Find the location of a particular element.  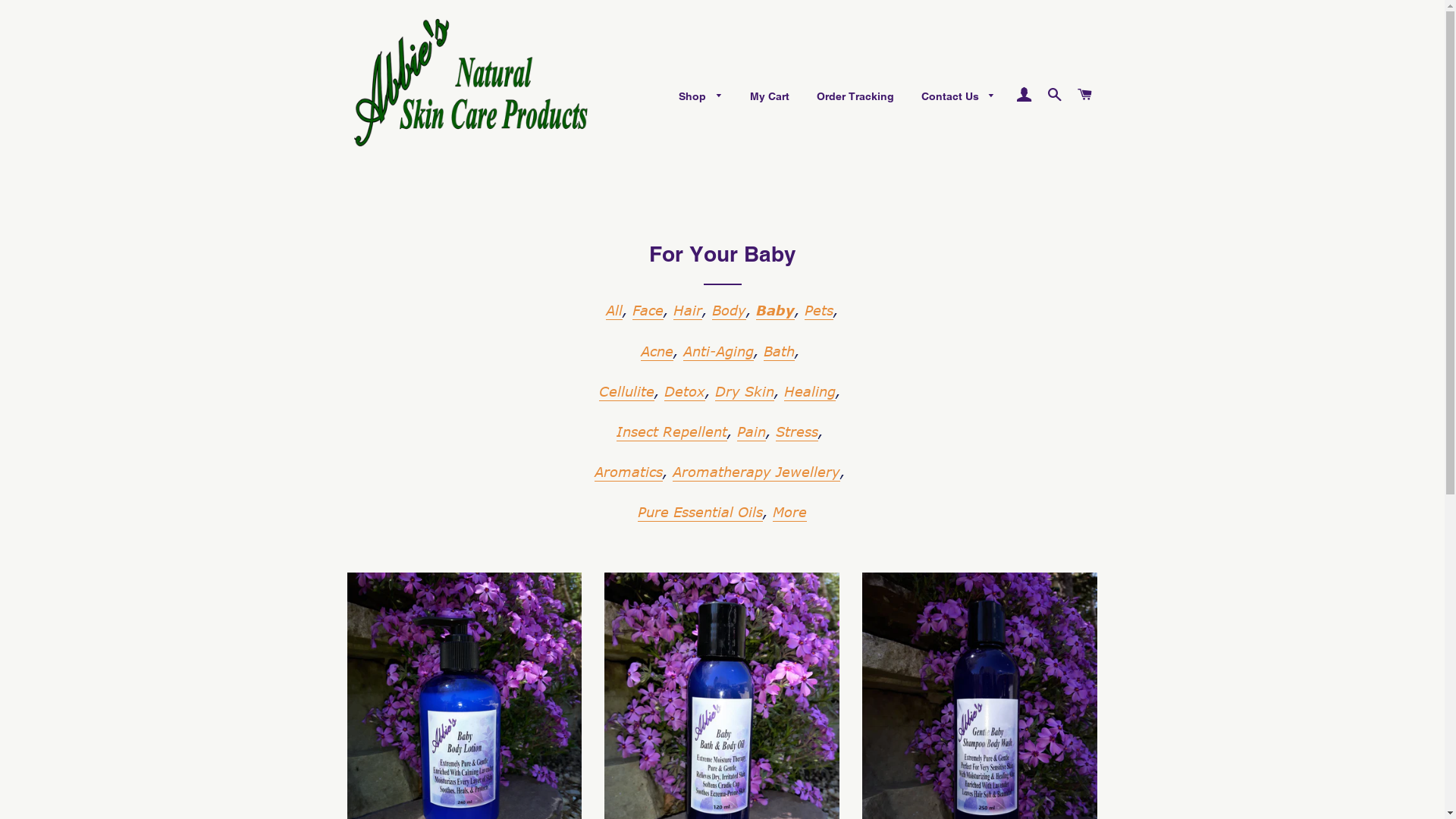

'Pain' is located at coordinates (751, 432).